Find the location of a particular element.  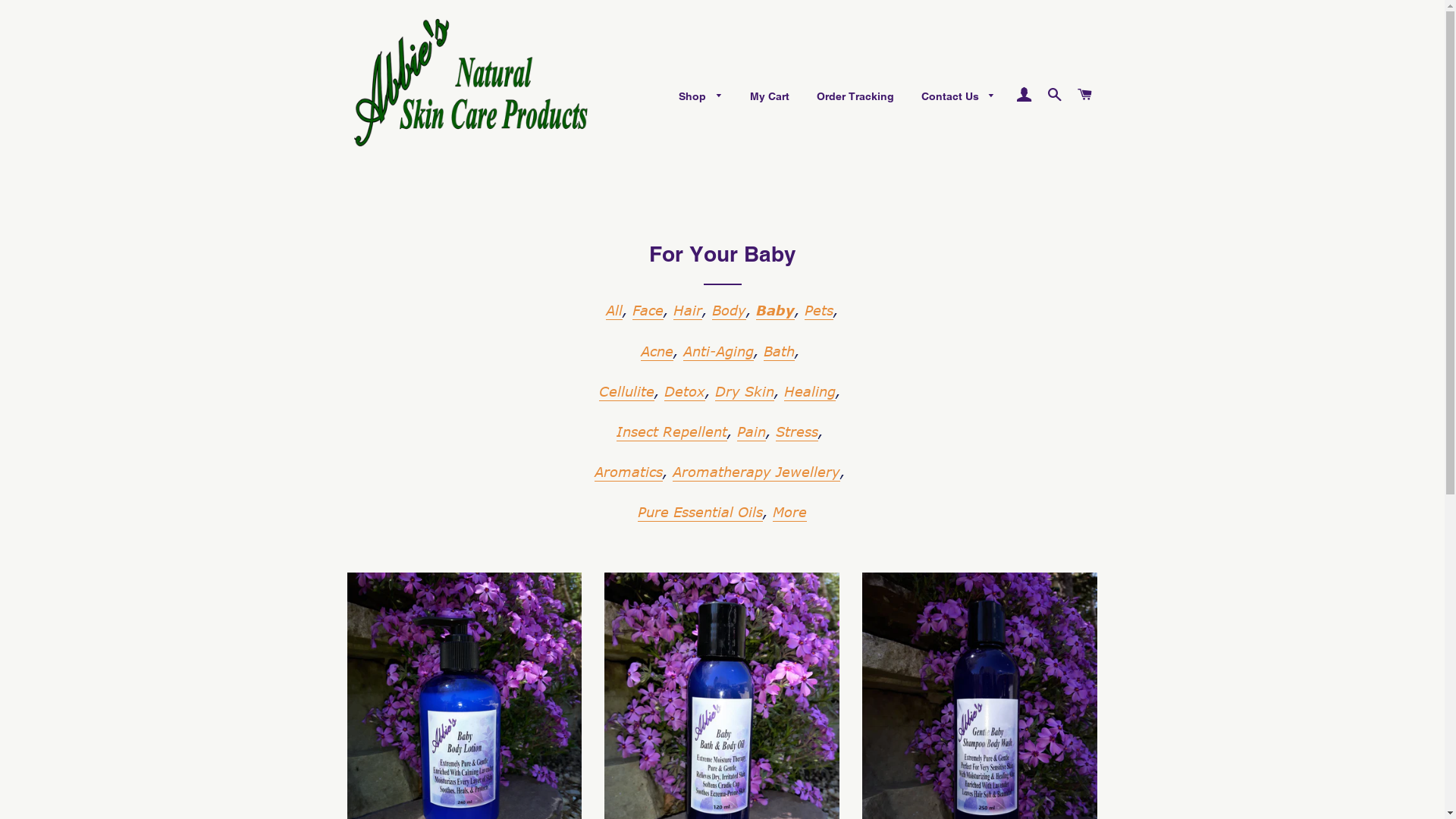

'Pain' is located at coordinates (751, 432).